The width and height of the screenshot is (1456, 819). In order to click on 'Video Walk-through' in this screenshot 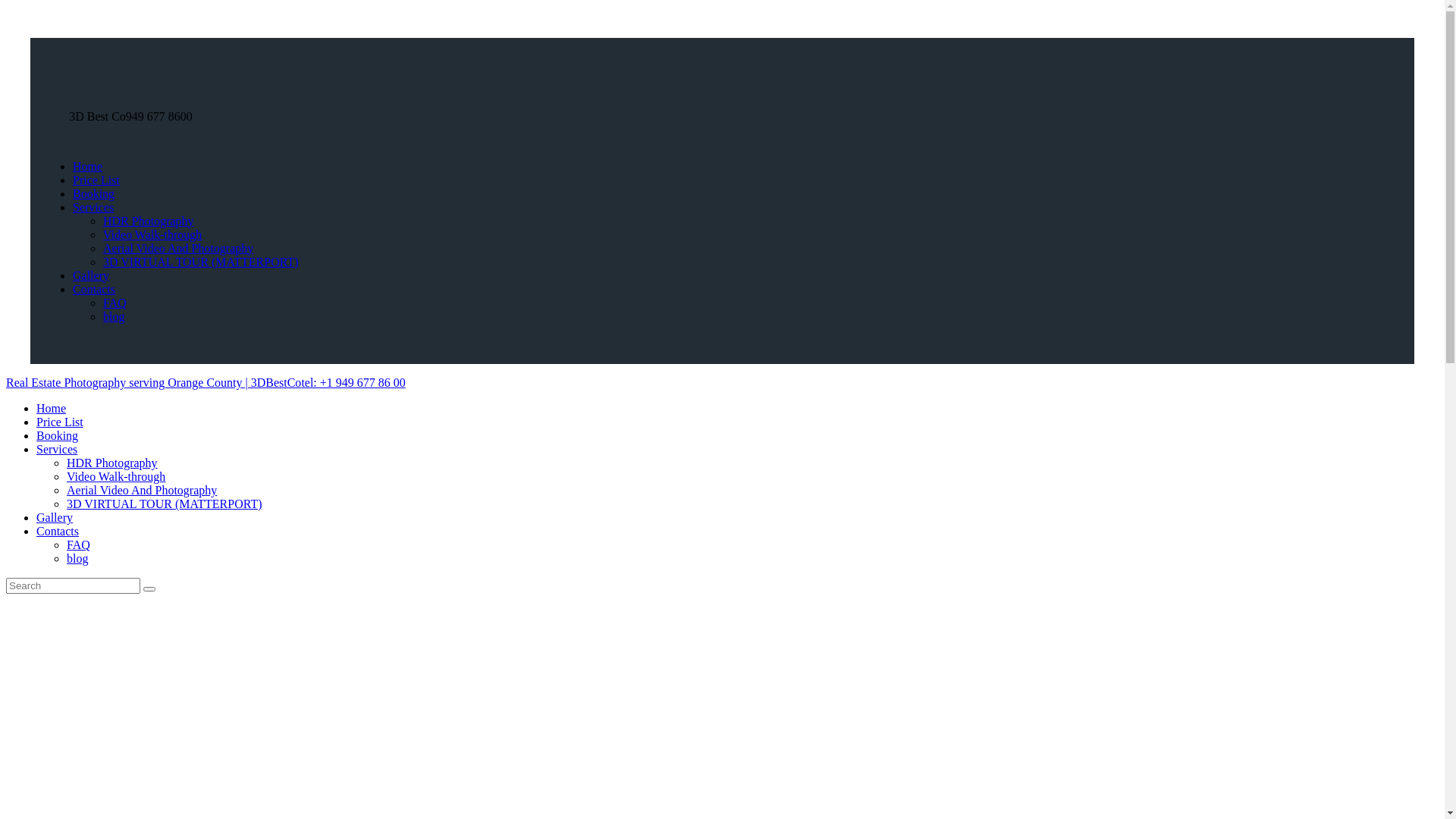, I will do `click(65, 475)`.